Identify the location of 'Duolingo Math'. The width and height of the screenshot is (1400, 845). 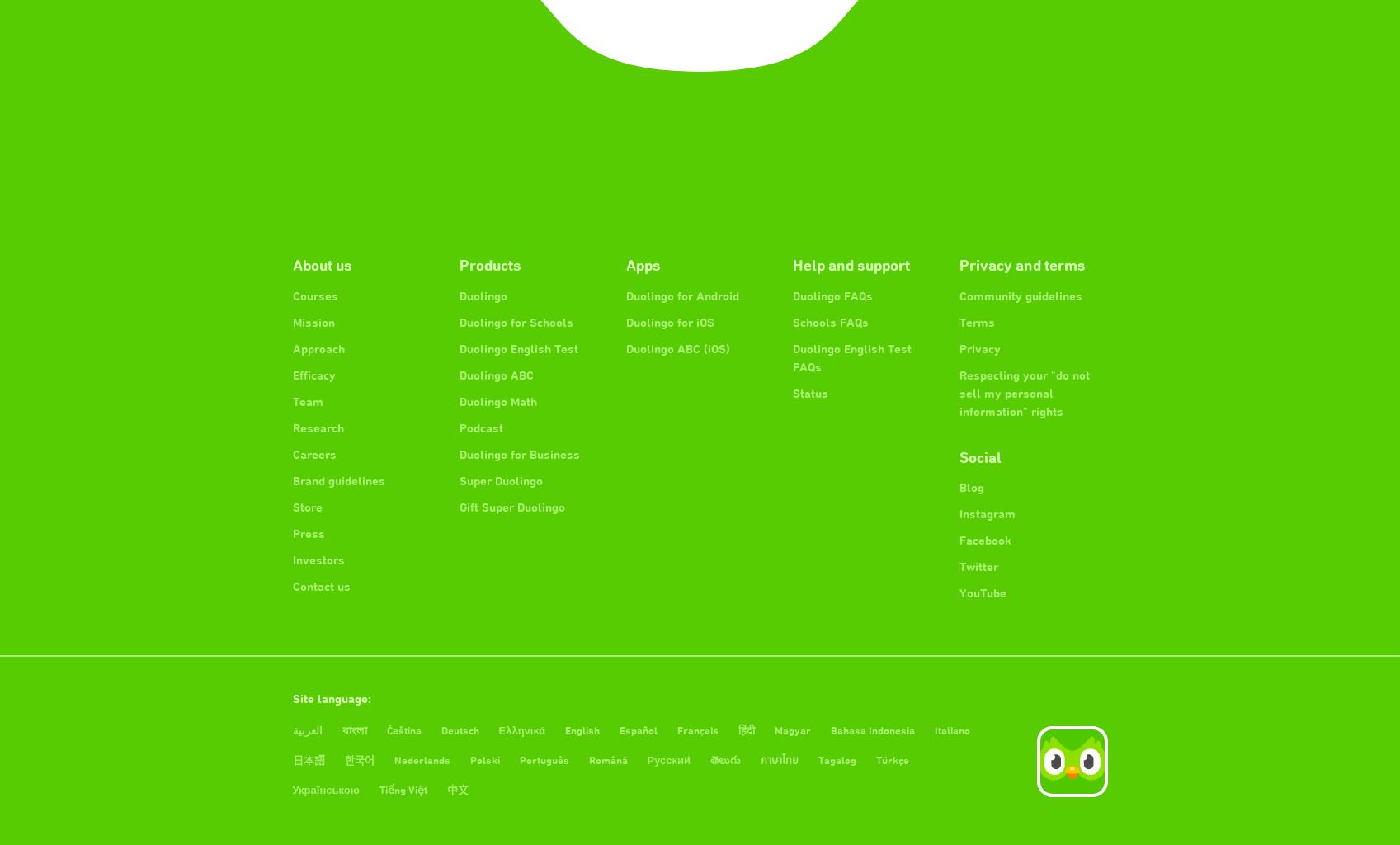
(496, 399).